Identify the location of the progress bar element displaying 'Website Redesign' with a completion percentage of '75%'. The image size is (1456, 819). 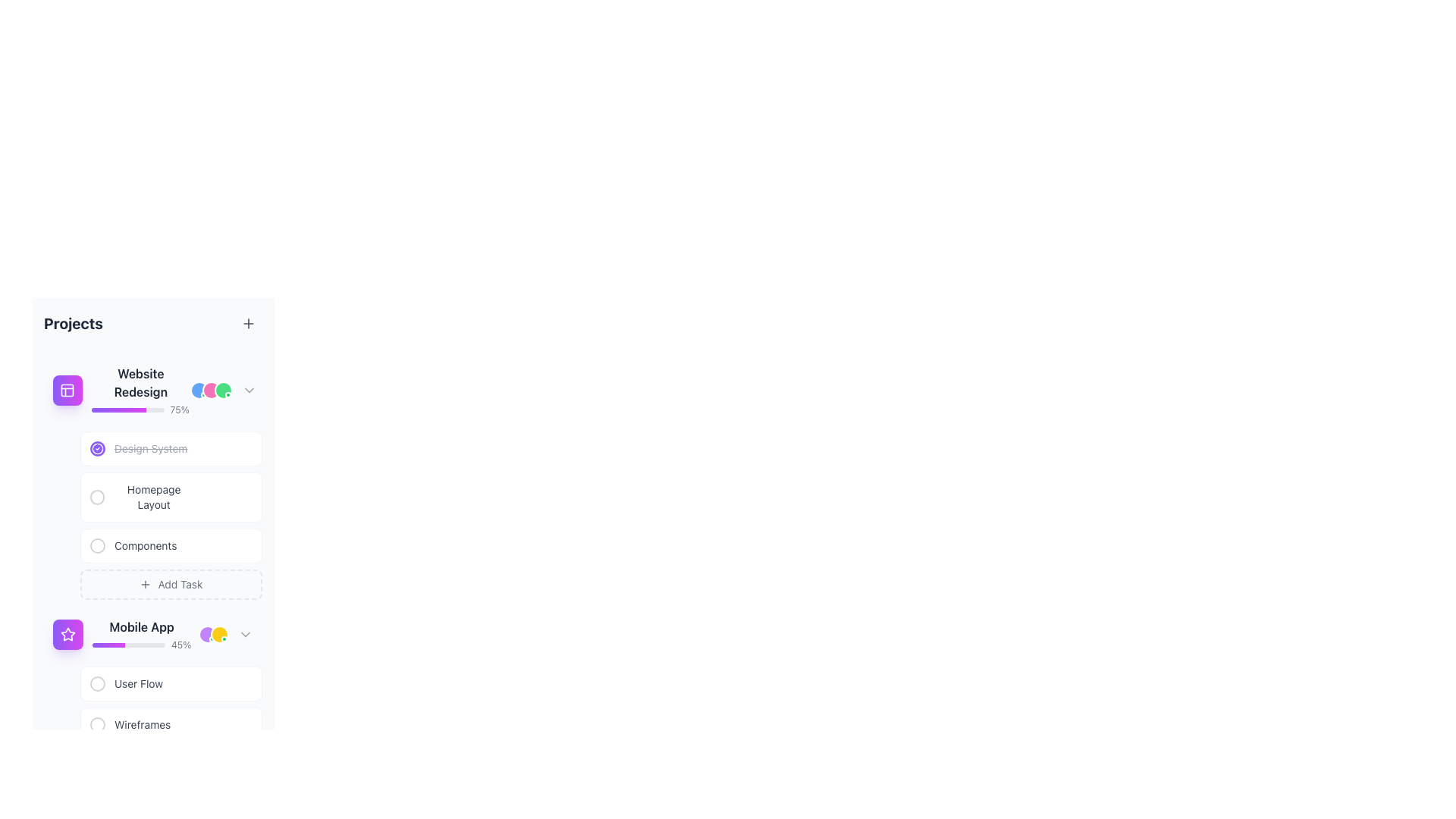
(140, 390).